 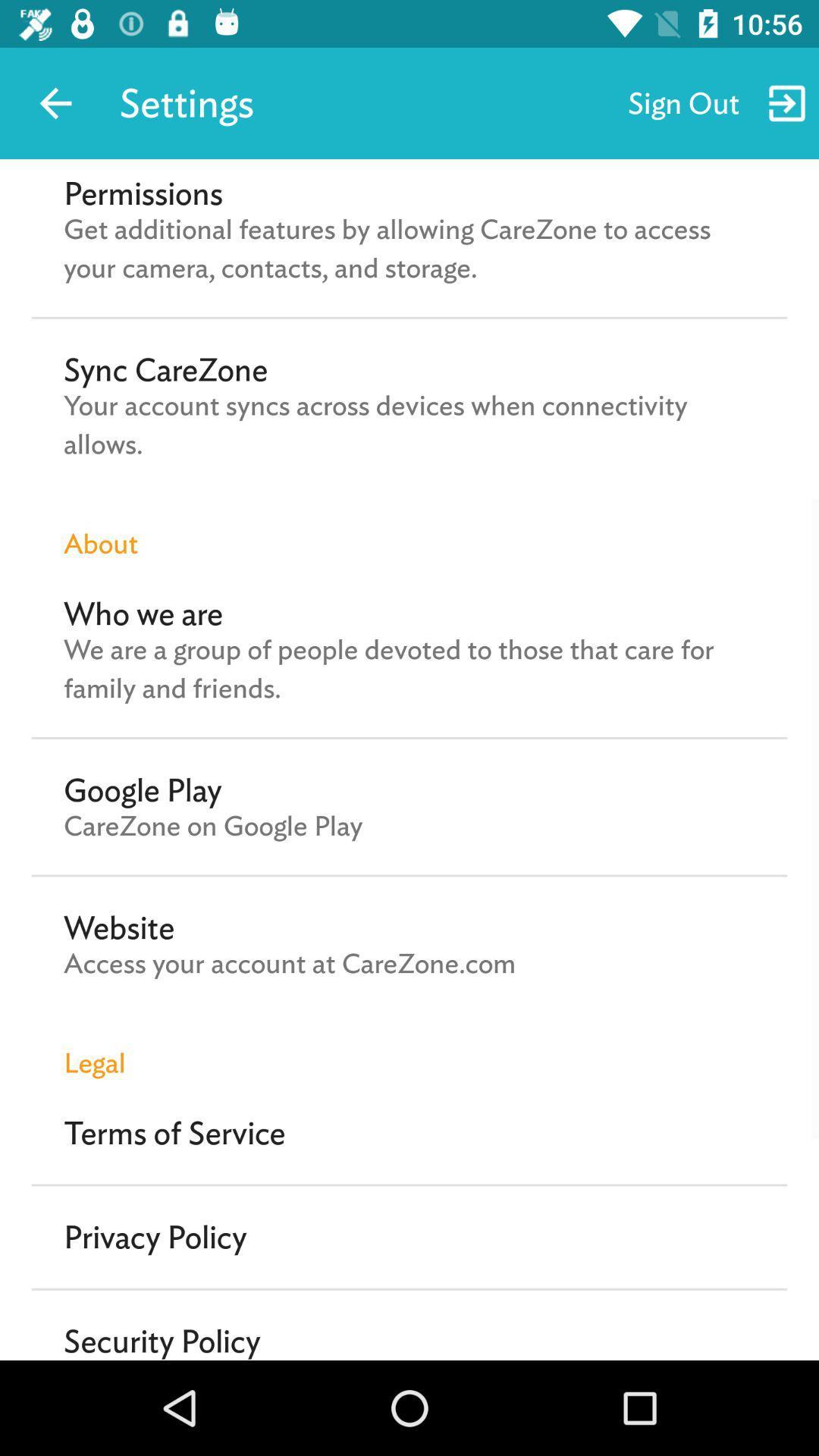 I want to click on icon above the access your account icon, so click(x=118, y=927).